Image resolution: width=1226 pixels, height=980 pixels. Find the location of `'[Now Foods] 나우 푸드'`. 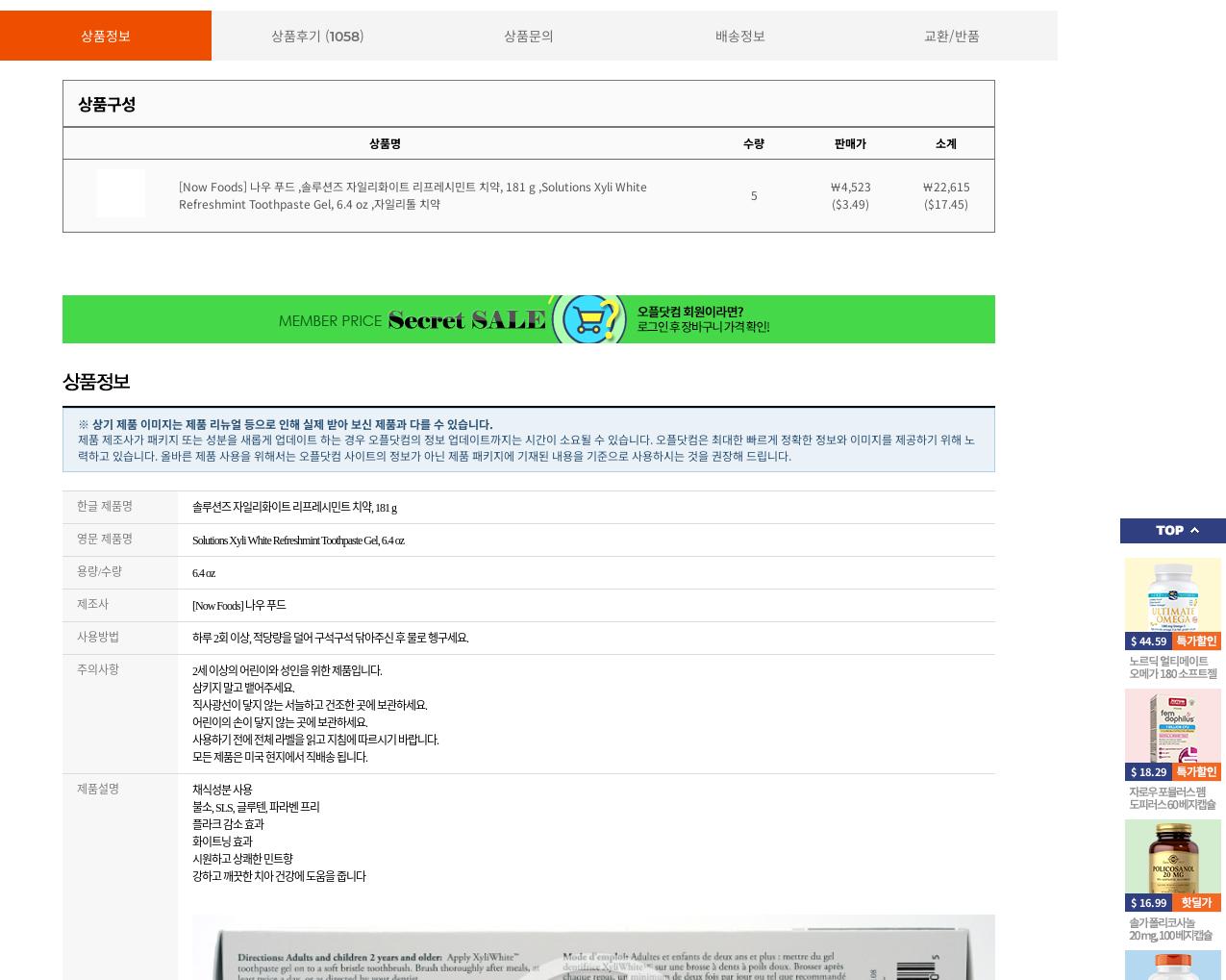

'[Now Foods] 나우 푸드' is located at coordinates (237, 605).